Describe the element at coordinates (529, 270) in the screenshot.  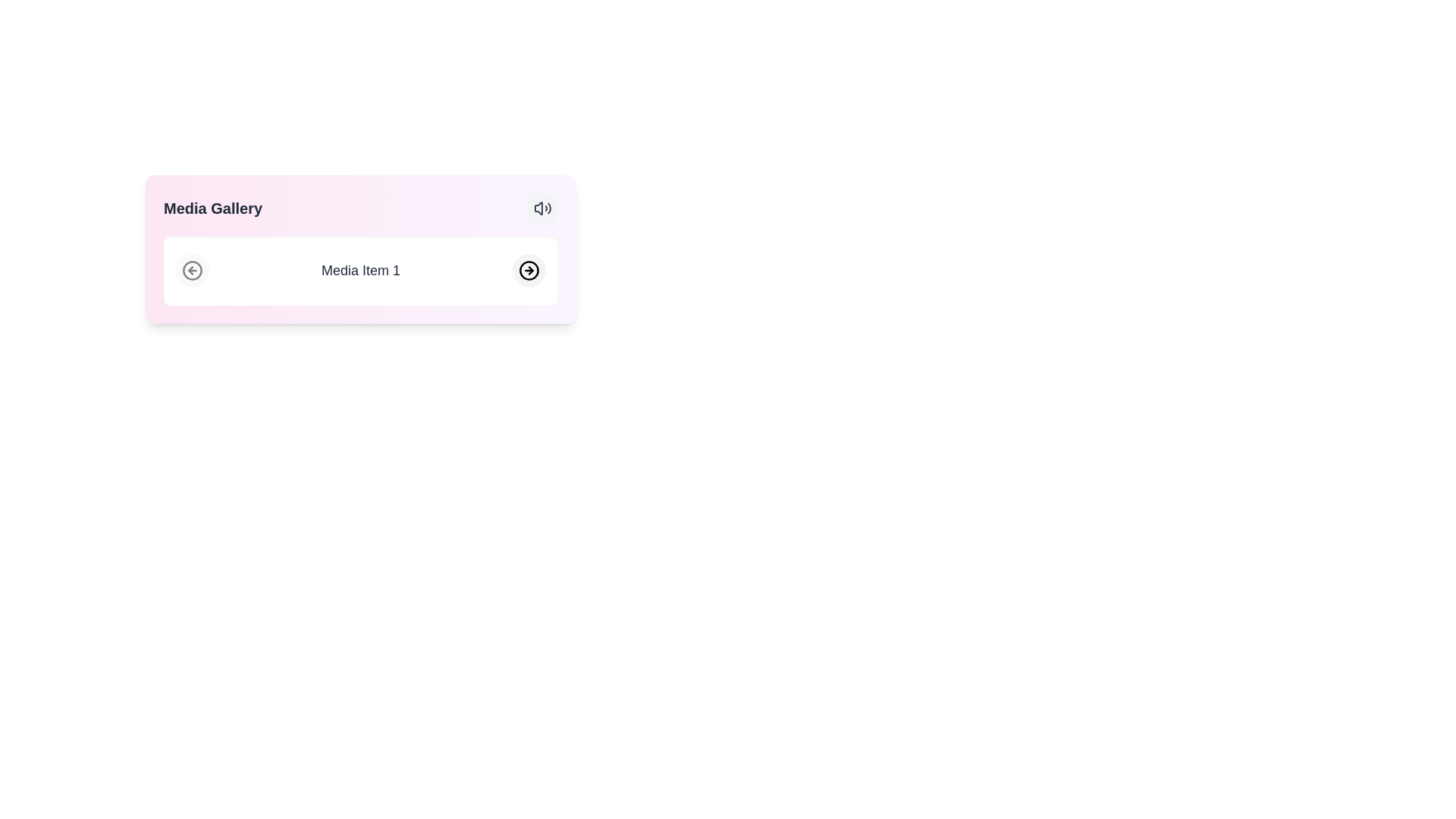
I see `the right circular arrow icon button for navigation located next to the label 'Media Item 1'` at that location.